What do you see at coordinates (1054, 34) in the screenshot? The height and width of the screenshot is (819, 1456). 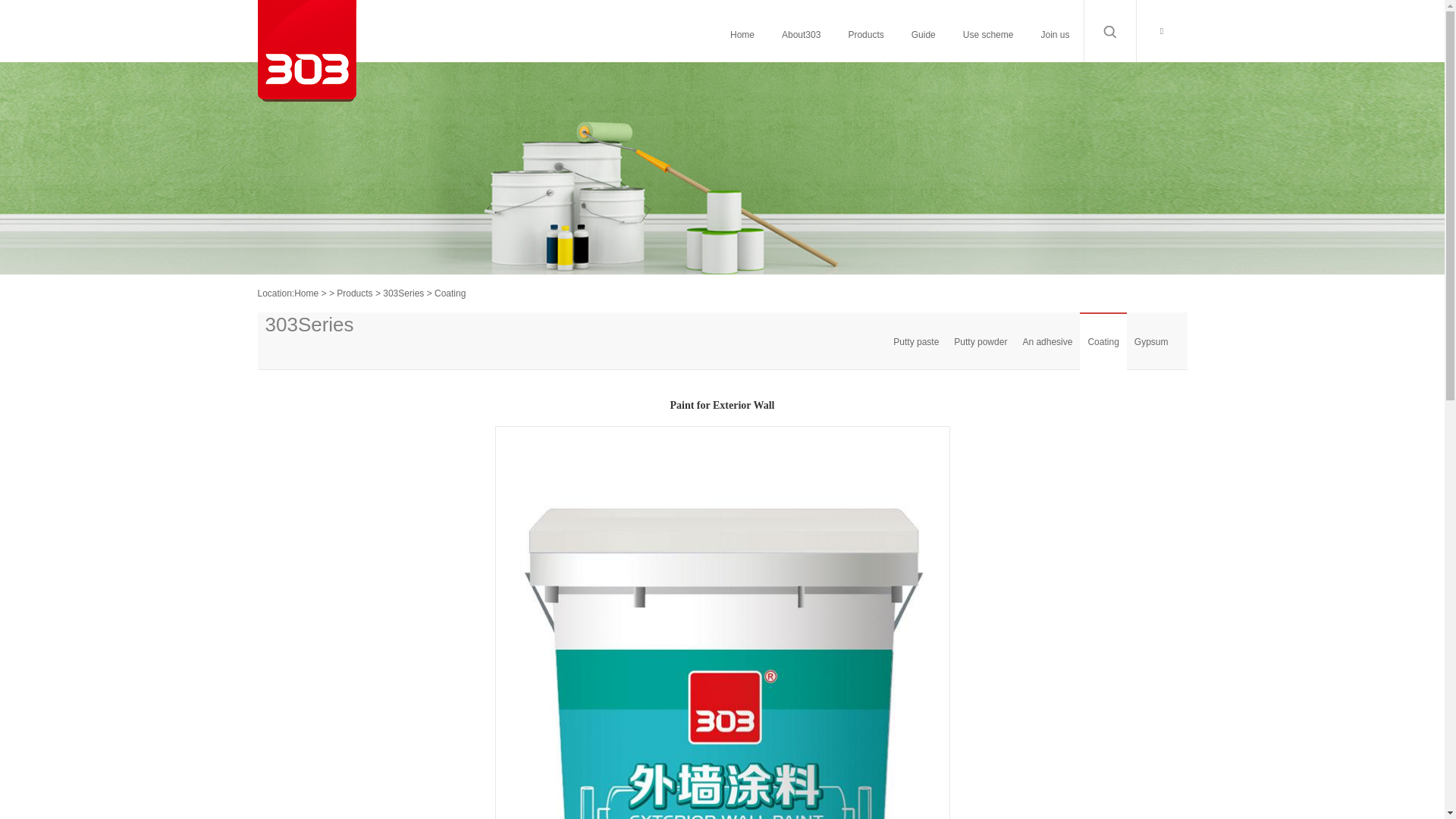 I see `'Join us'` at bounding box center [1054, 34].